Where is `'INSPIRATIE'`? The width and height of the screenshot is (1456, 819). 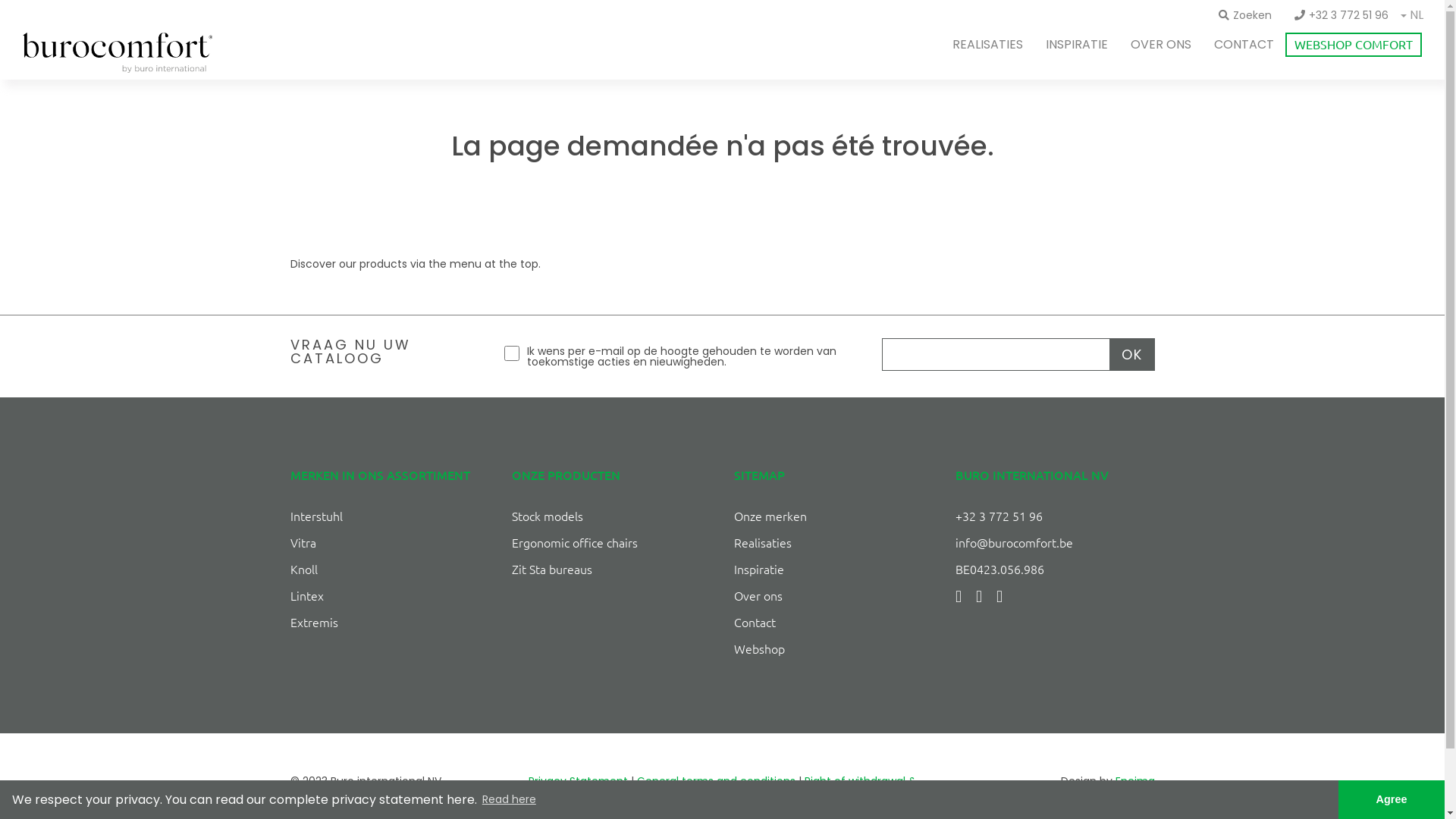
'INSPIRATIE' is located at coordinates (1076, 43).